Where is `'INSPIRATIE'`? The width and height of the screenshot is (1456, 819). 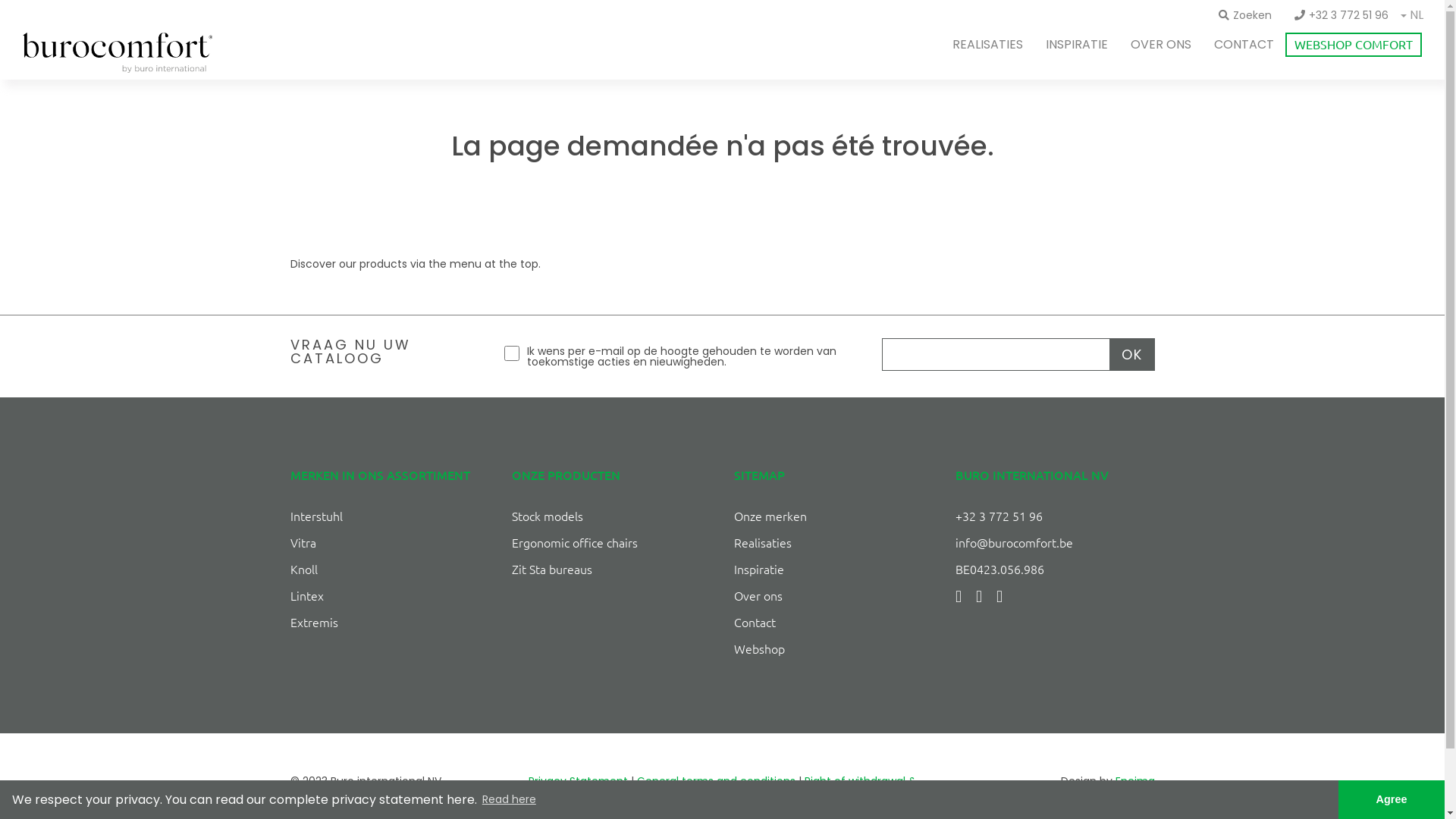
'INSPIRATIE' is located at coordinates (1076, 43).